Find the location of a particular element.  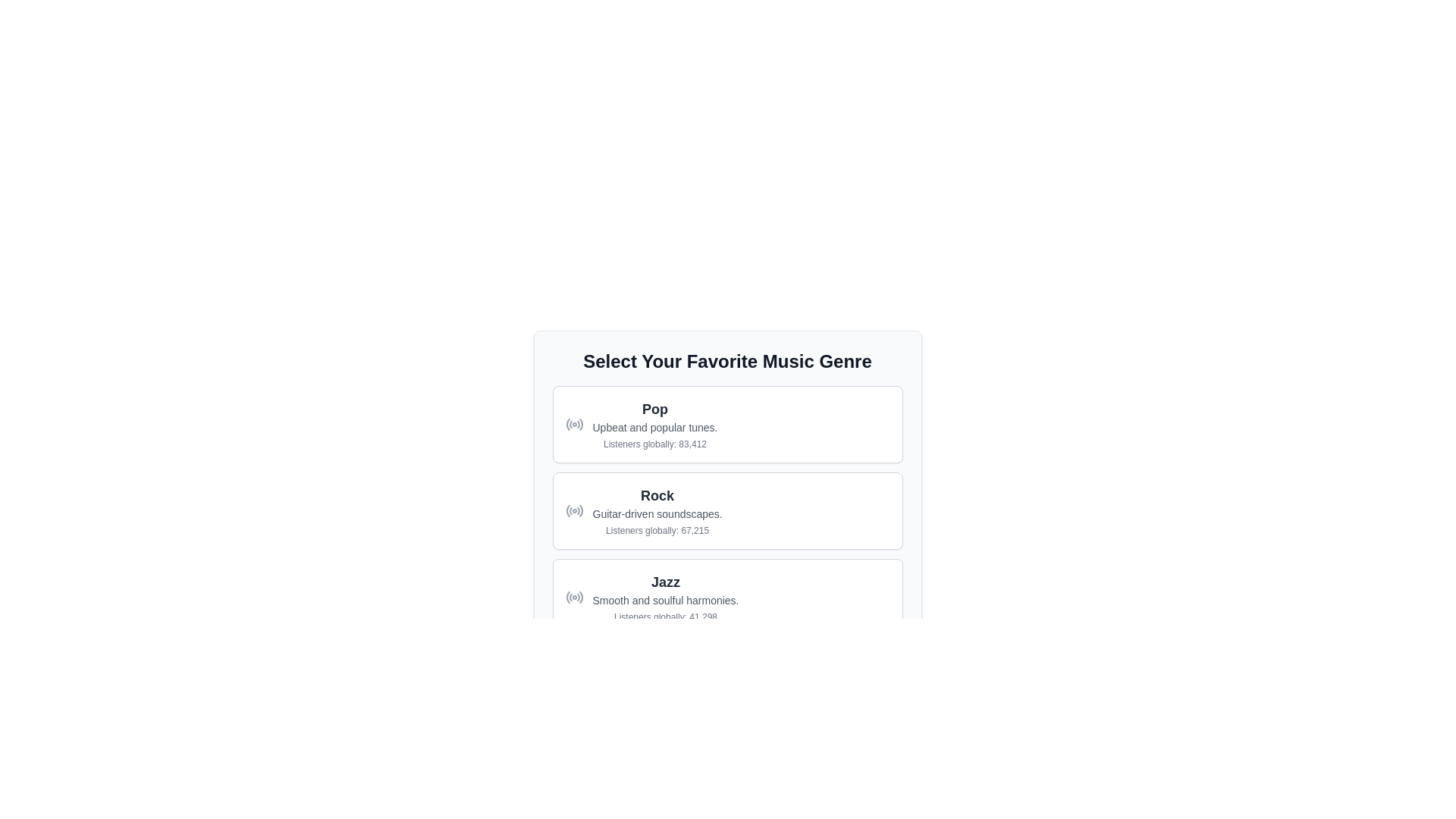

the music genre radio icon representing 'Rock', which is visually associated with its corresponding list entry is located at coordinates (573, 511).